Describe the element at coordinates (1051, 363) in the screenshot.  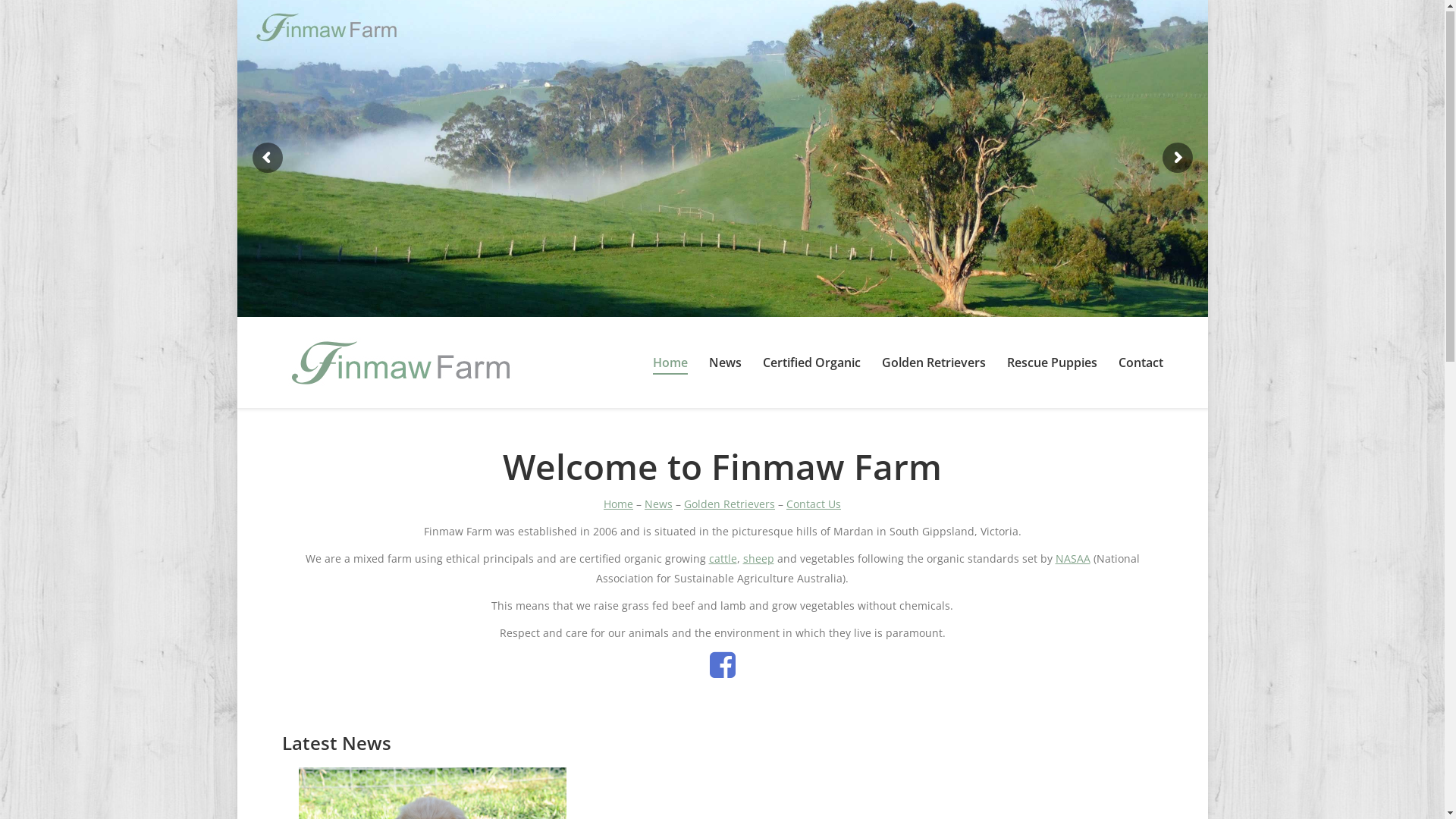
I see `'Rescue Puppies'` at that location.